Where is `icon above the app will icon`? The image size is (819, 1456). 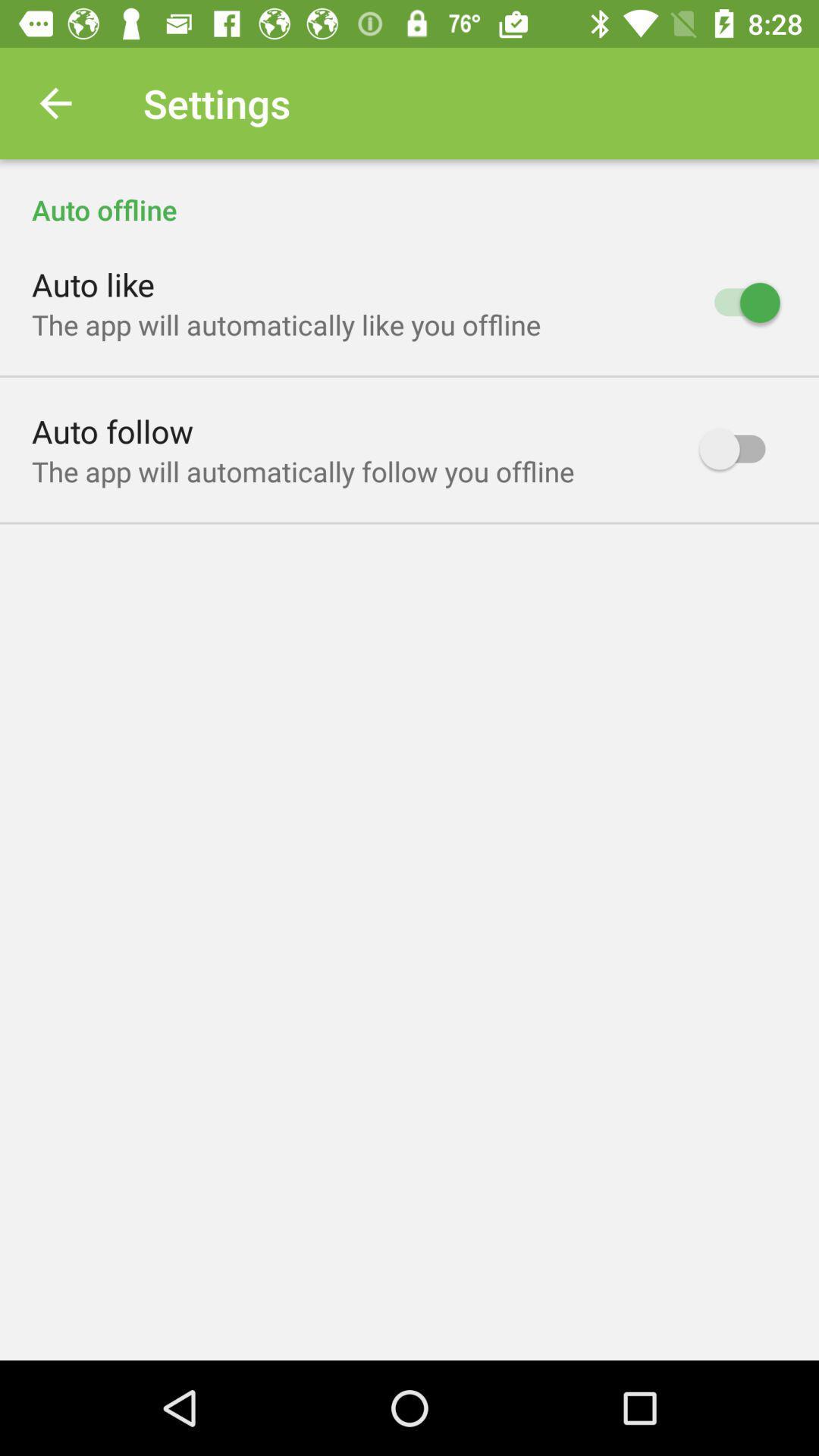 icon above the app will icon is located at coordinates (111, 430).